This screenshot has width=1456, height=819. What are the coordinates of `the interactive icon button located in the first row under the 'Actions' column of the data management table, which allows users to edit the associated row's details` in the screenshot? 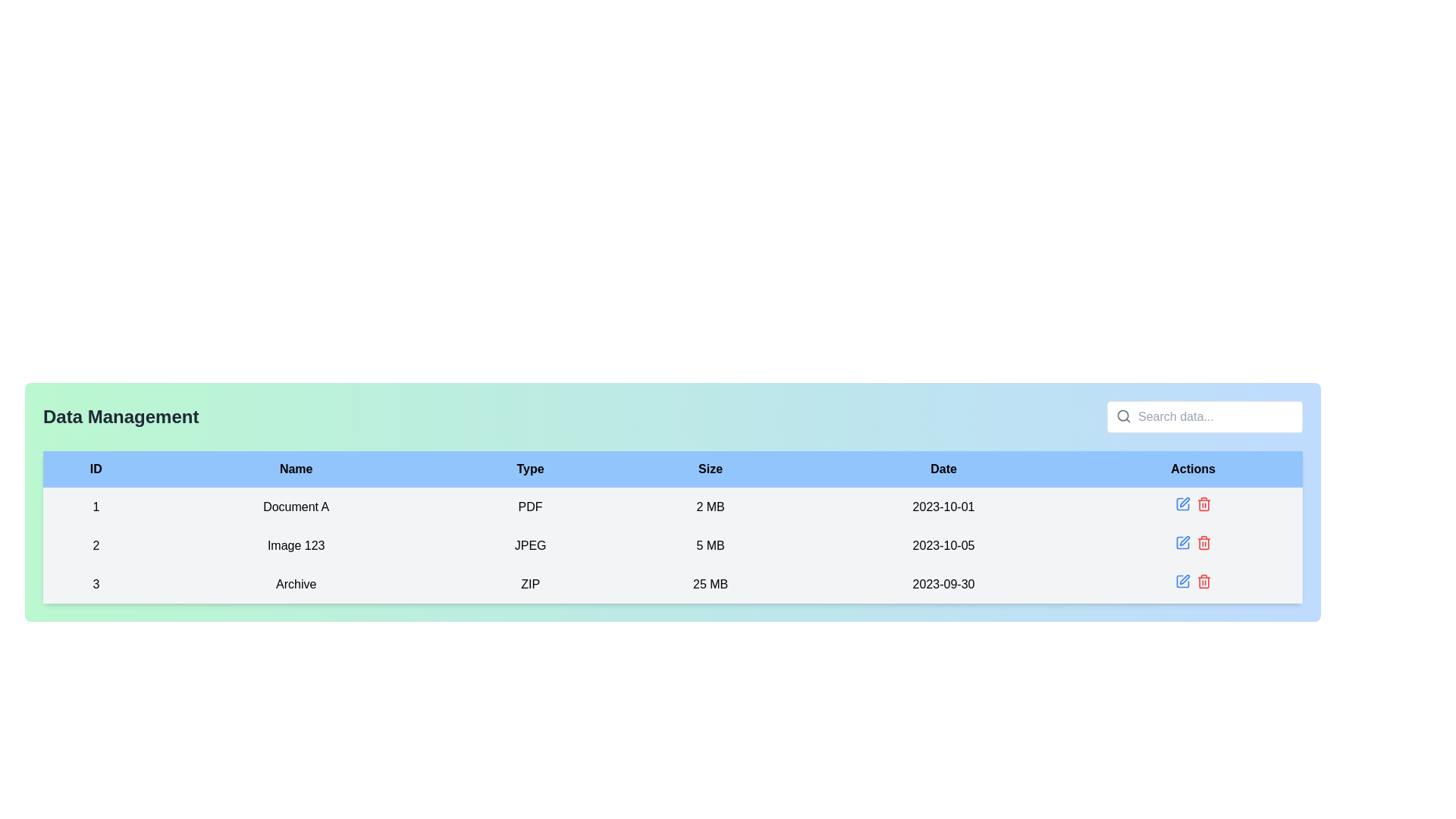 It's located at (1181, 504).